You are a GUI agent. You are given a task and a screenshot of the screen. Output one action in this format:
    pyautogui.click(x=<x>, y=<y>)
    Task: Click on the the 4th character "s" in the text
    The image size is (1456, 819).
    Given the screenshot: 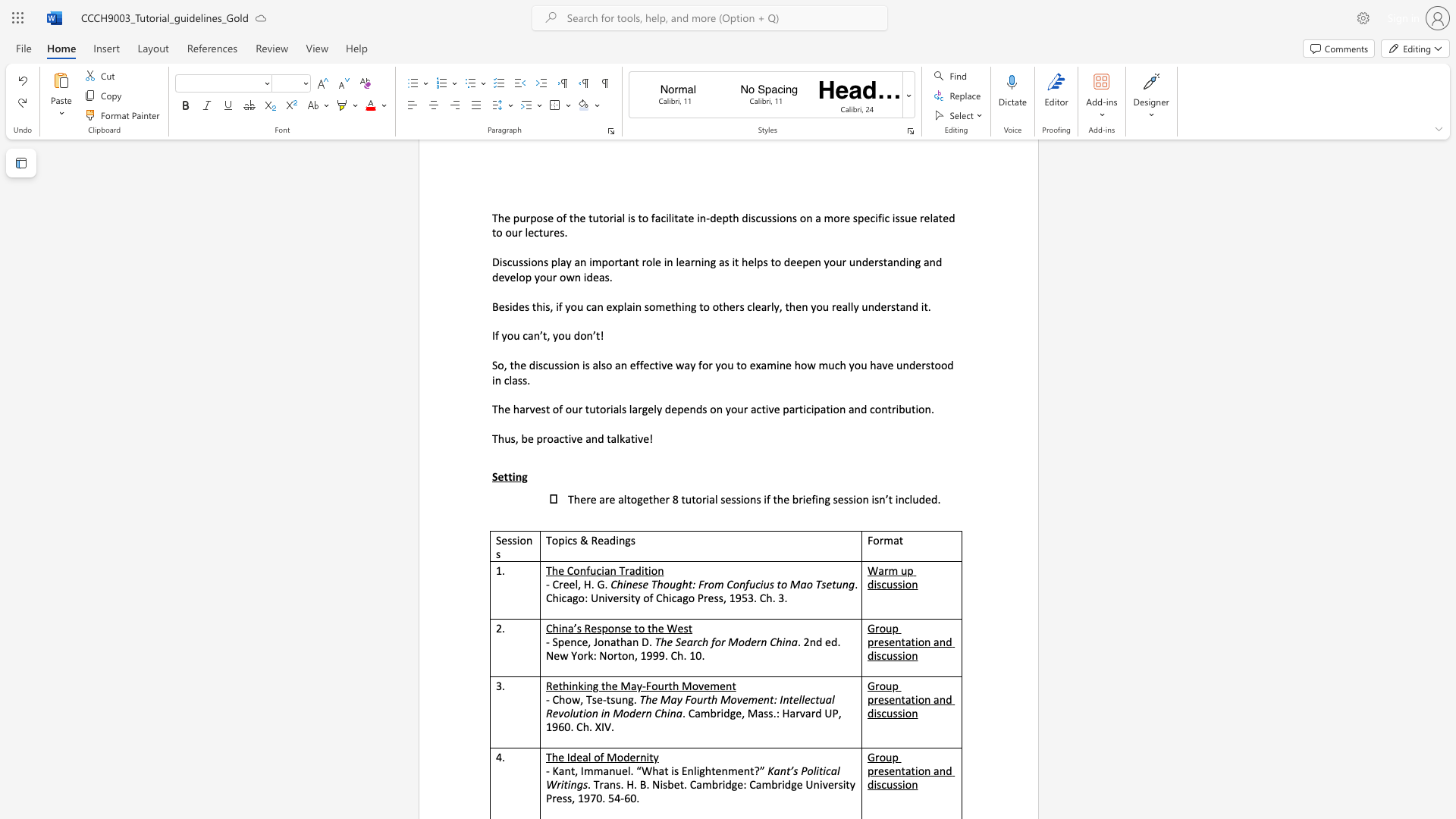 What is the action you would take?
    pyautogui.click(x=899, y=784)
    